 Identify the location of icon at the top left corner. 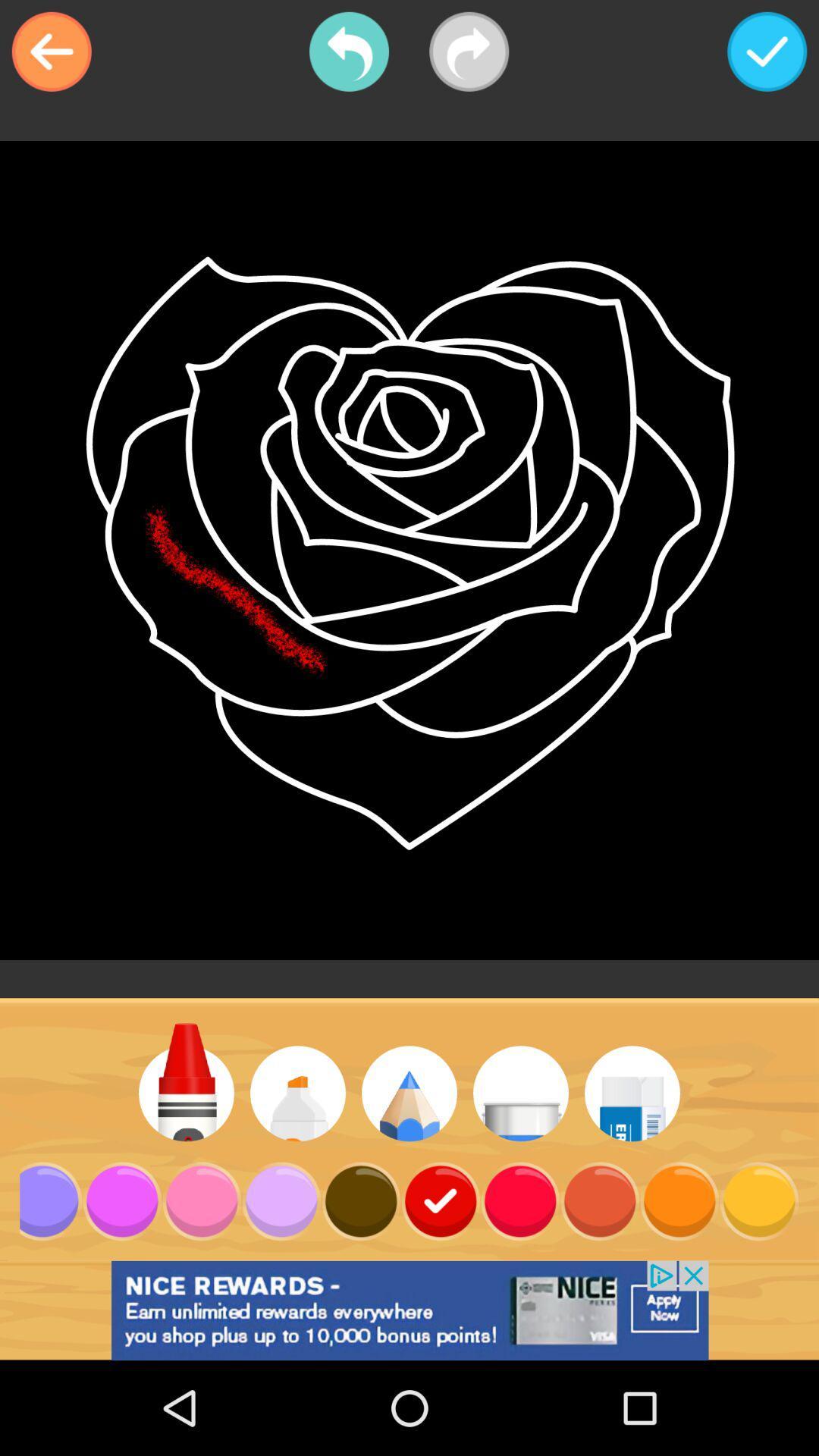
(51, 52).